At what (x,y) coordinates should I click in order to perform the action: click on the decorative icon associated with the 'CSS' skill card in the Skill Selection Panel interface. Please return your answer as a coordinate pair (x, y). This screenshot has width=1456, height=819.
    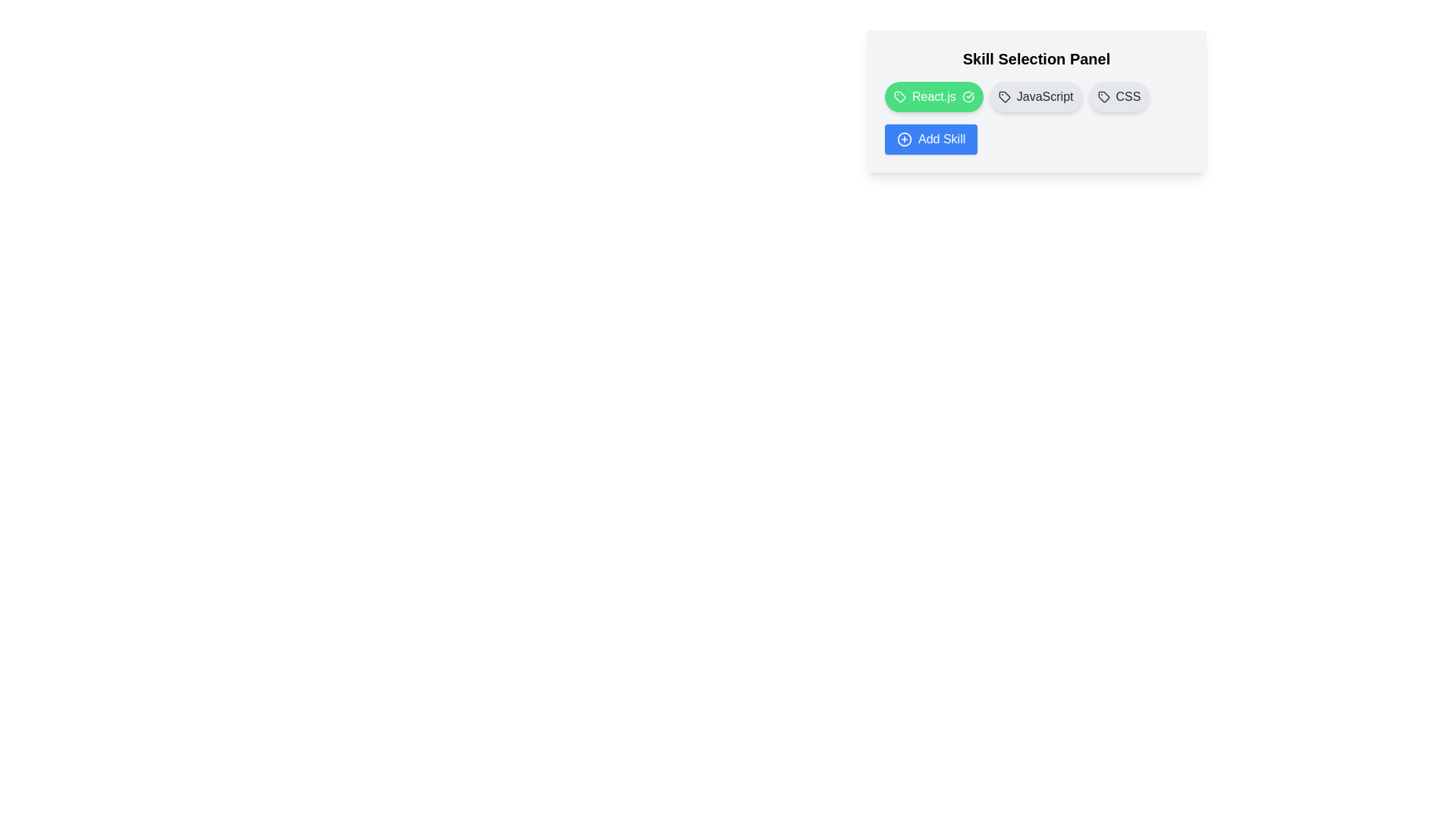
    Looking at the image, I should click on (1103, 96).